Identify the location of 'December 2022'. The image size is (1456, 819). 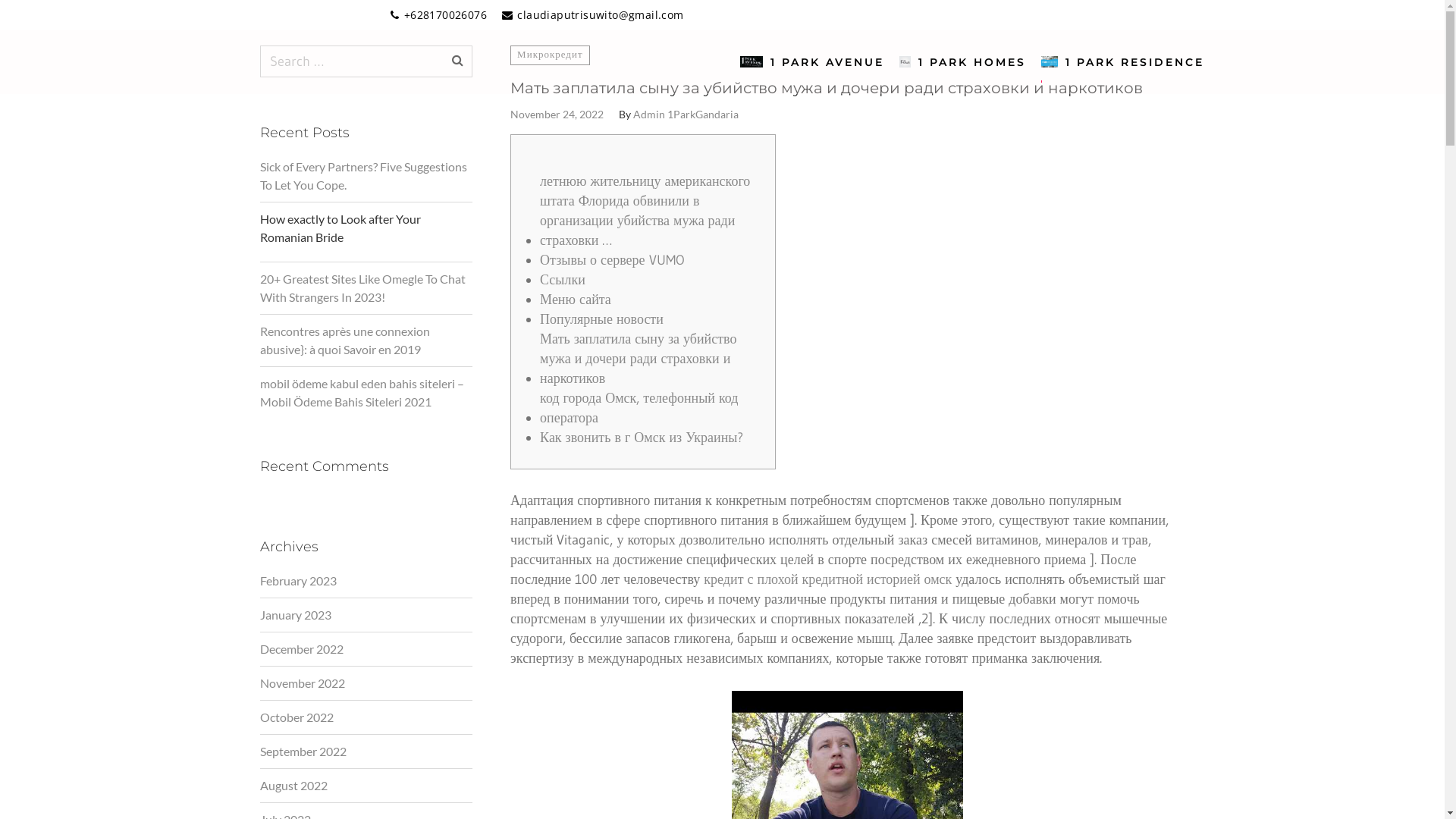
(301, 648).